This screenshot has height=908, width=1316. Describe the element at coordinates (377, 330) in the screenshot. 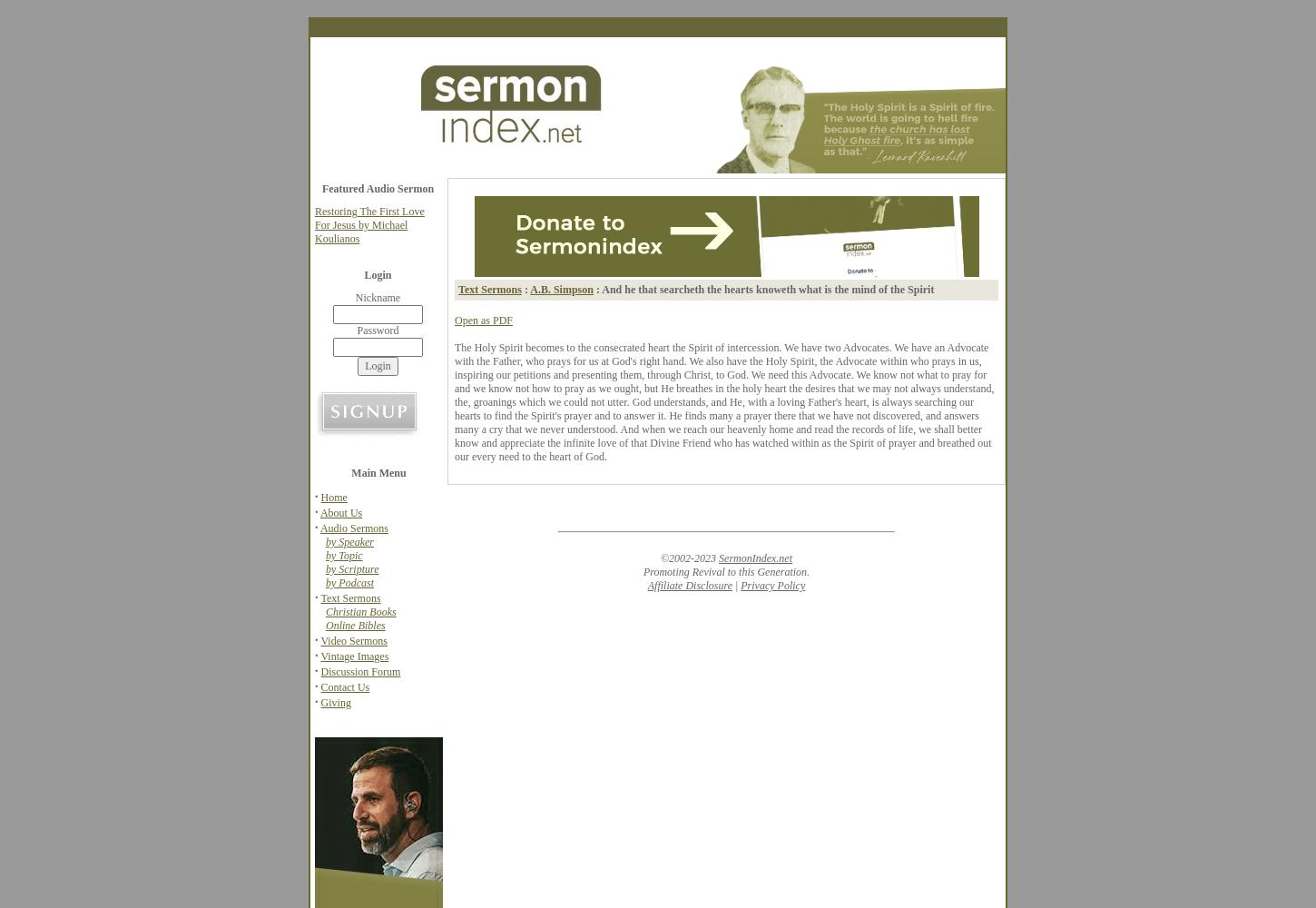

I see `'Password'` at that location.